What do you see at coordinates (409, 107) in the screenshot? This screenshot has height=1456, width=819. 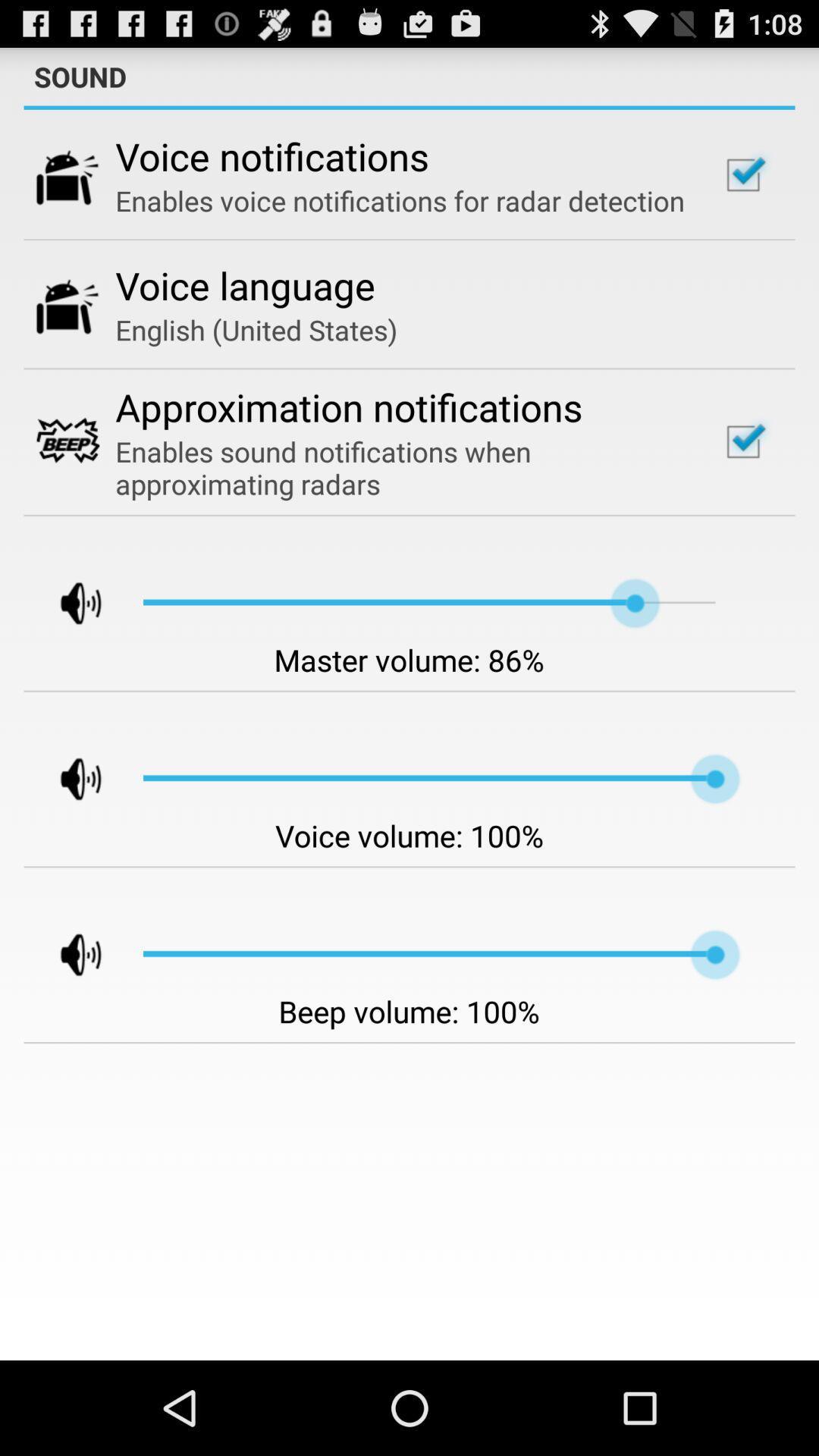 I see `app below the sound` at bounding box center [409, 107].